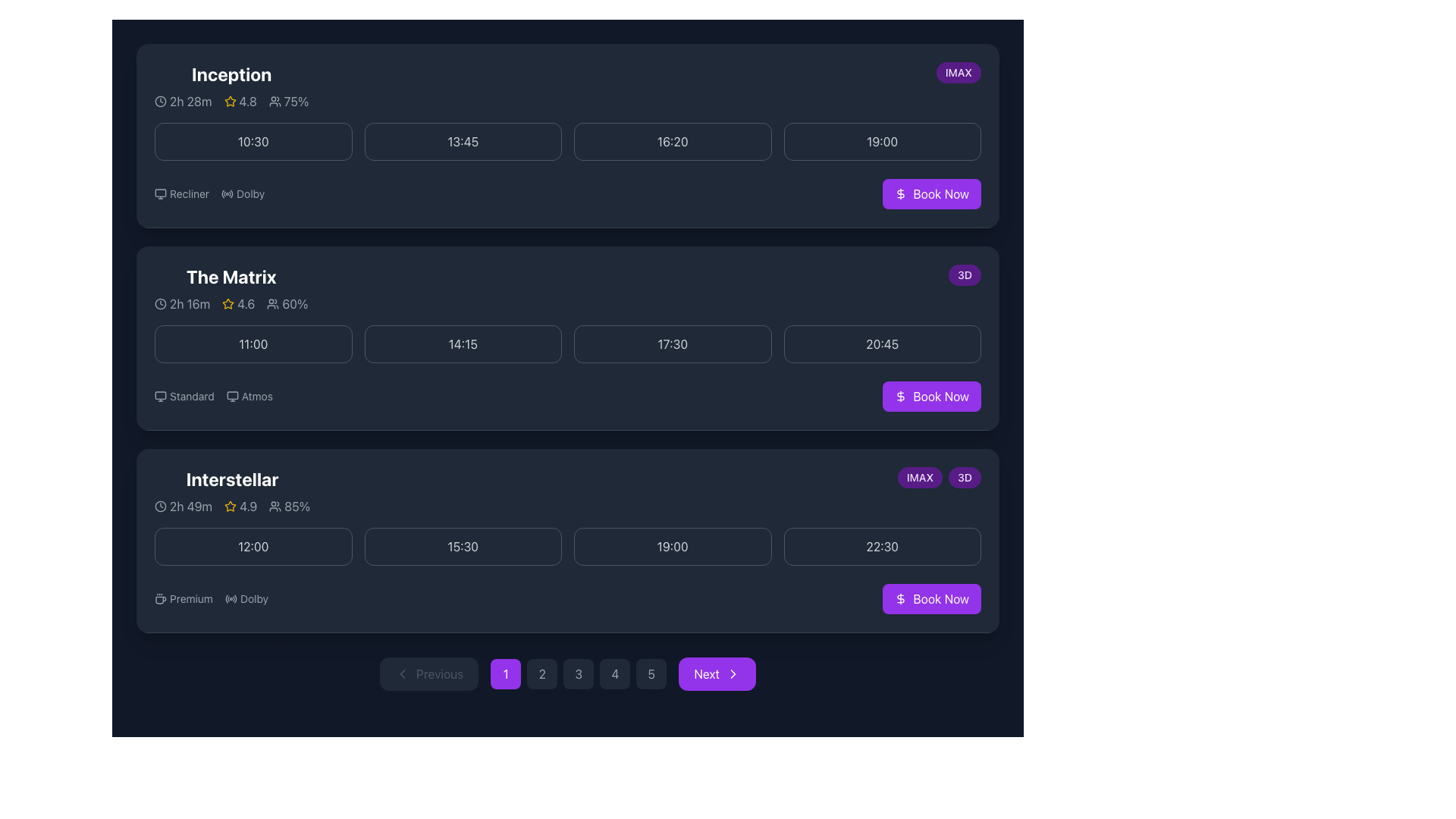  Describe the element at coordinates (275, 102) in the screenshot. I see `the group attendees SVG icon located in the header section of the 'Inception' movie card, positioned next to the '75%' percentage text` at that location.